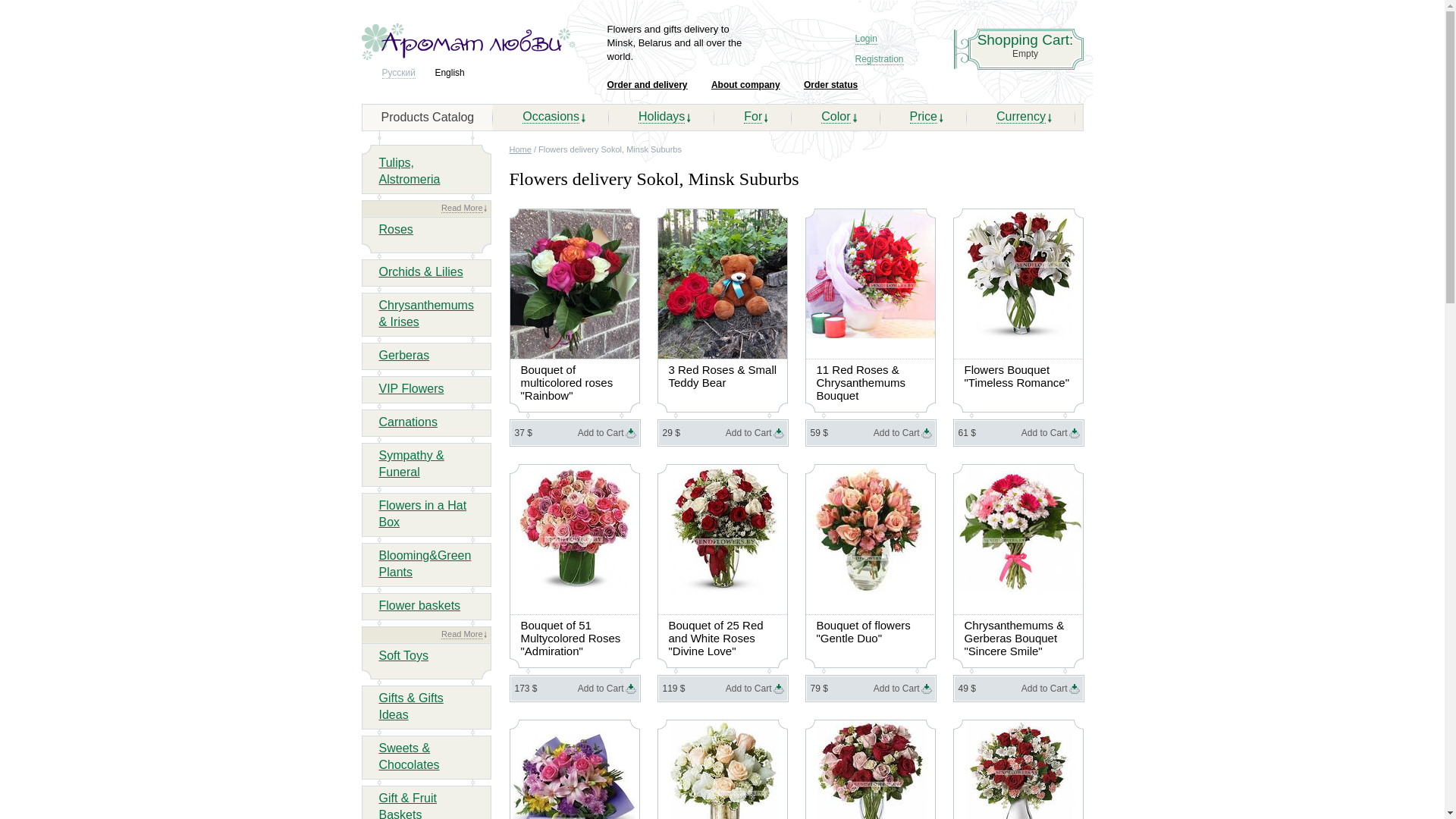  What do you see at coordinates (408, 422) in the screenshot?
I see `'Carnations'` at bounding box center [408, 422].